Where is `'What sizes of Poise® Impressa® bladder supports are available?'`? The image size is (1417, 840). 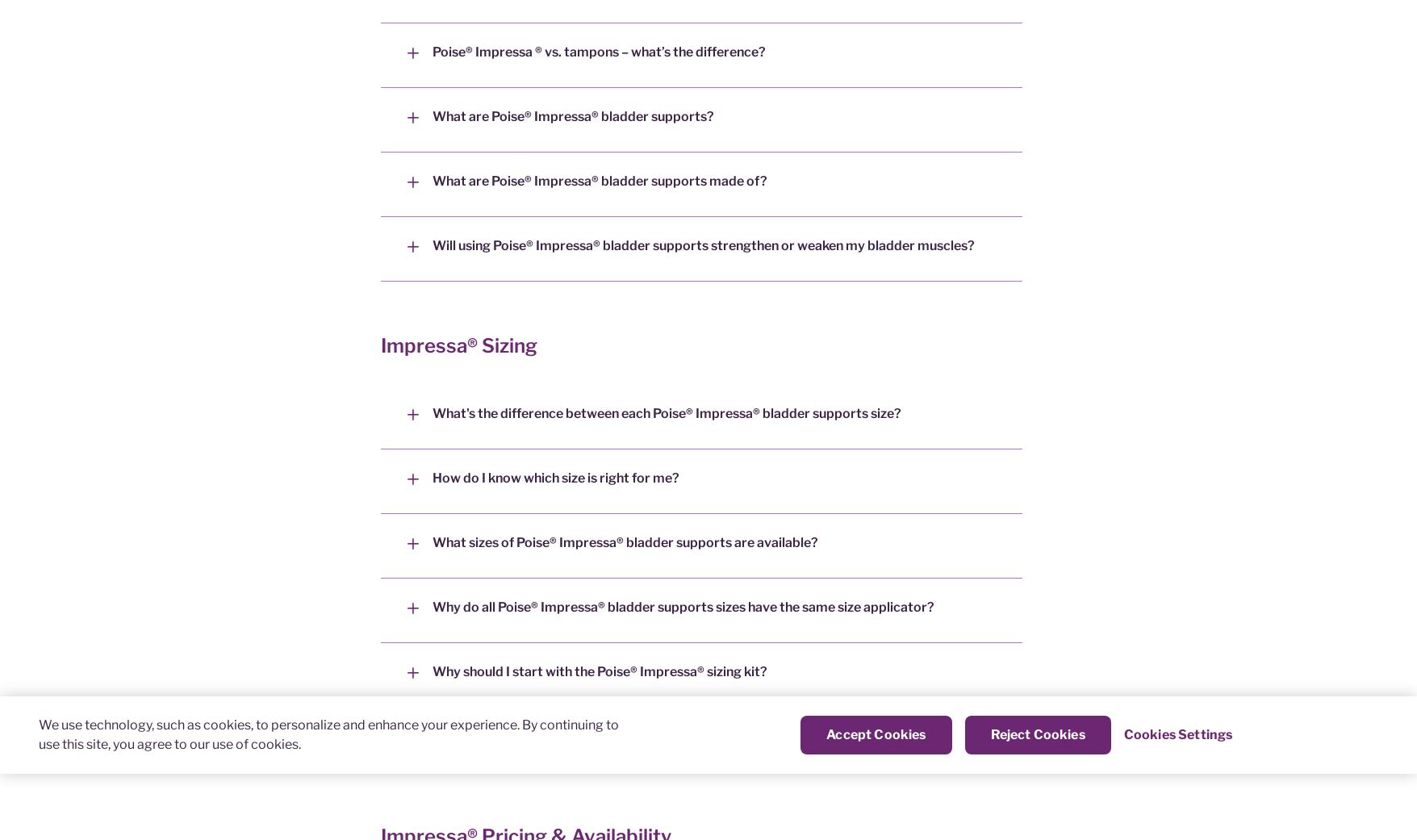 'What sizes of Poise® Impressa® bladder supports are available?' is located at coordinates (432, 541).